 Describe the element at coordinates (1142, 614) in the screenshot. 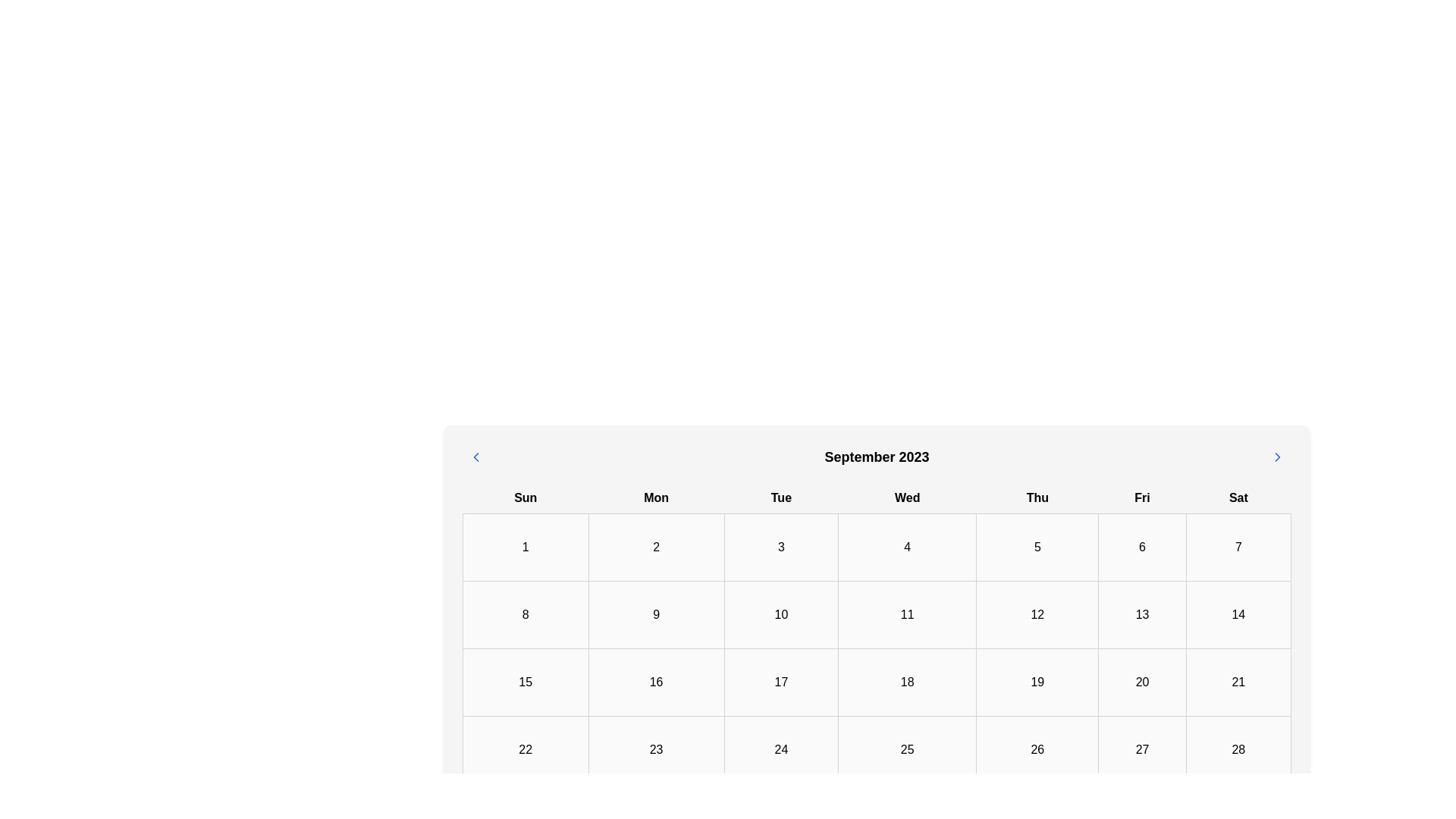

I see `the square button with a light gray background and the text '13'` at that location.